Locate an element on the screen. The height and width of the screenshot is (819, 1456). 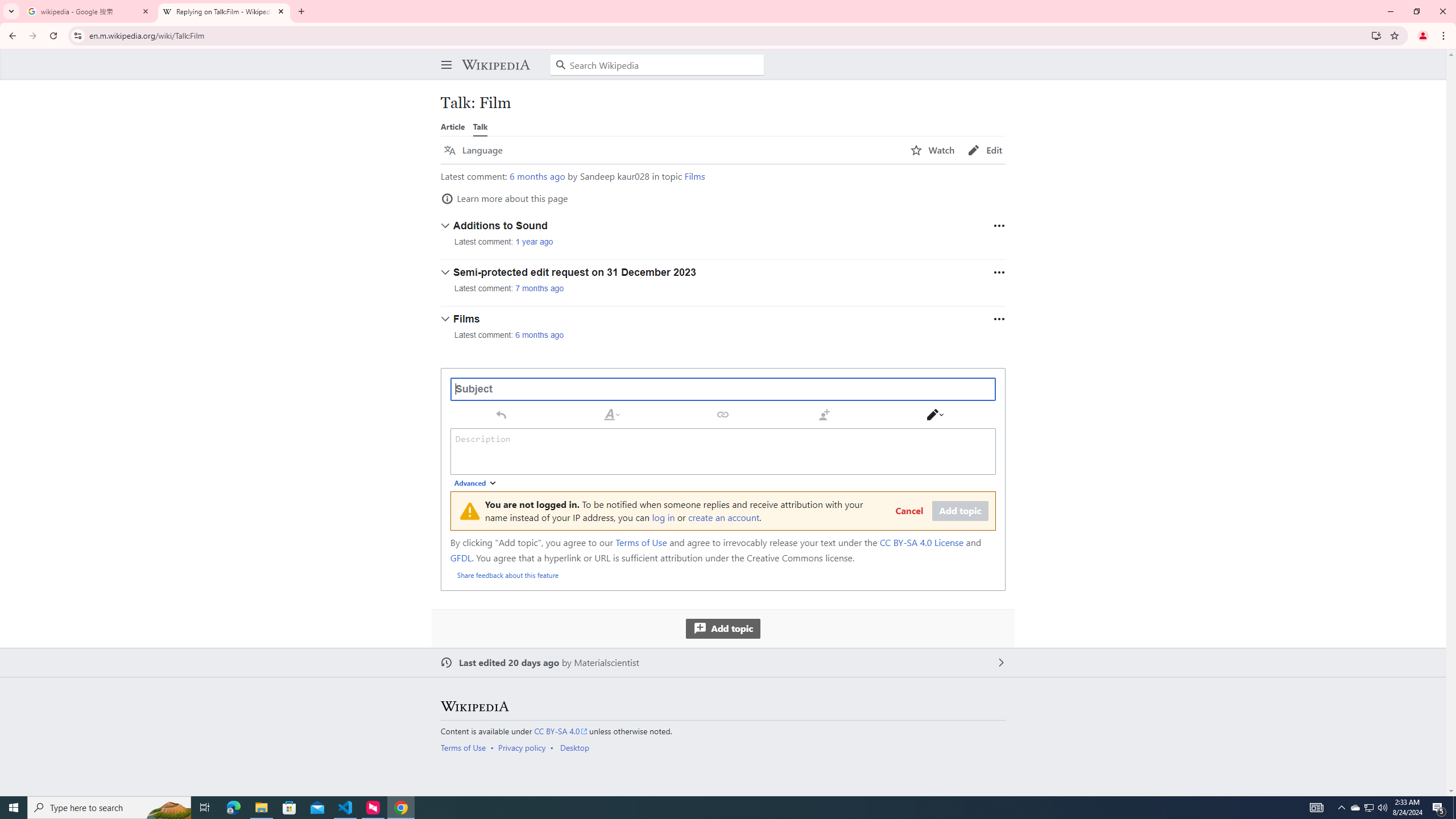
'Privacy policy' is located at coordinates (522, 747).